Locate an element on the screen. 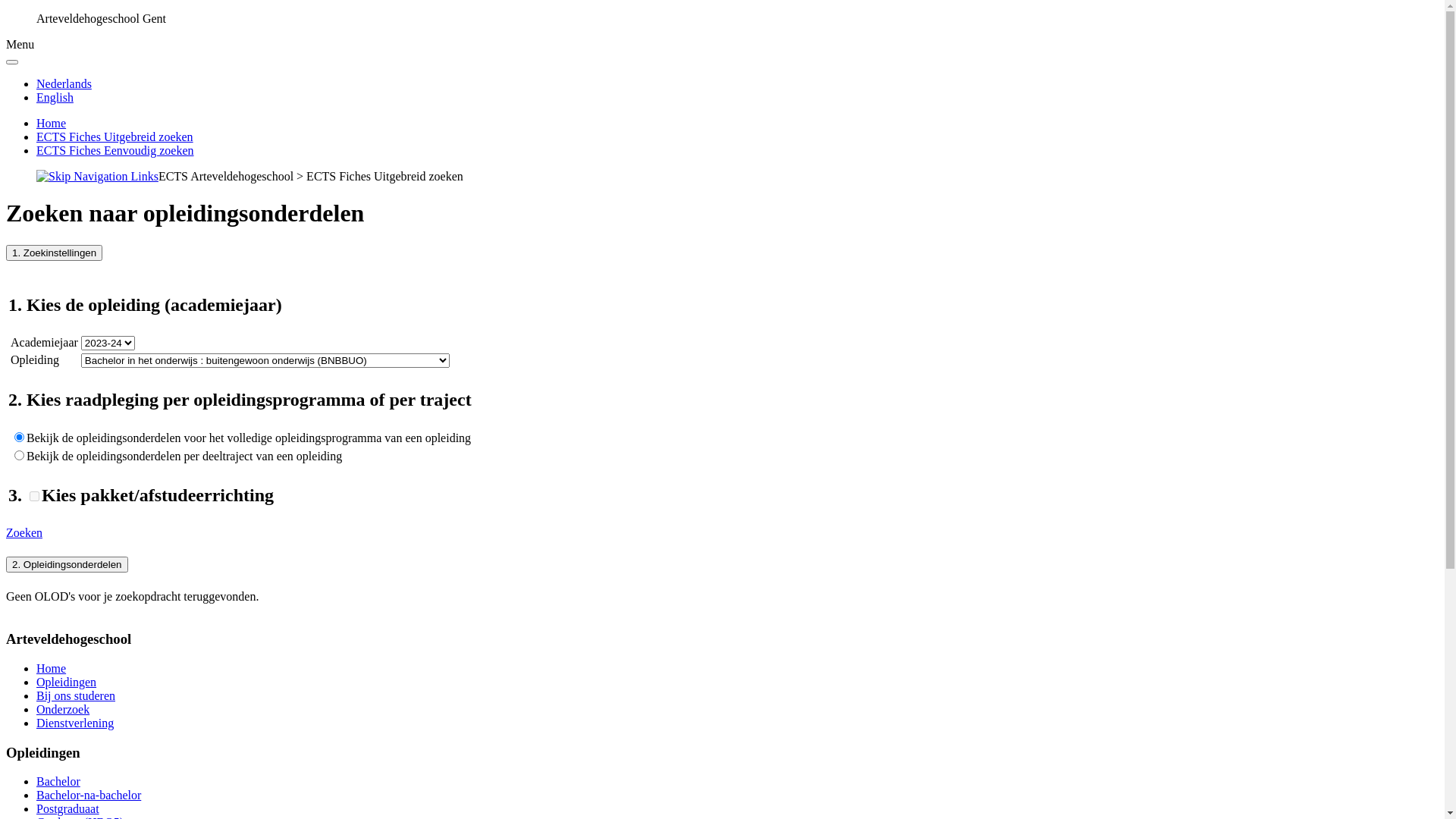  'ECTS Arteveldehogeschool' is located at coordinates (224, 175).